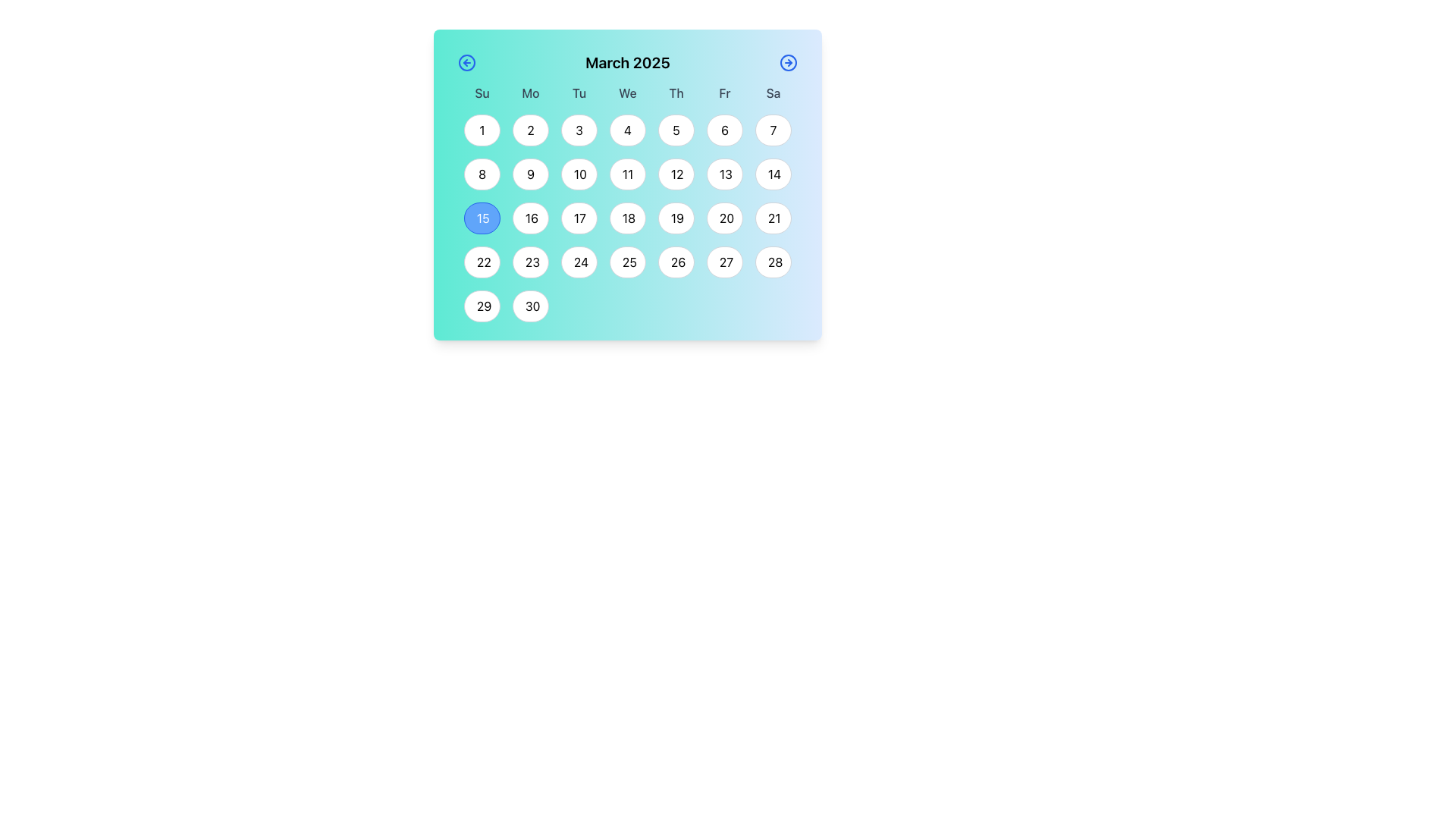 The height and width of the screenshot is (819, 1456). What do you see at coordinates (628, 62) in the screenshot?
I see `the text label displaying the current month and year in the calendar interface, located at the top-center above the grid of days` at bounding box center [628, 62].